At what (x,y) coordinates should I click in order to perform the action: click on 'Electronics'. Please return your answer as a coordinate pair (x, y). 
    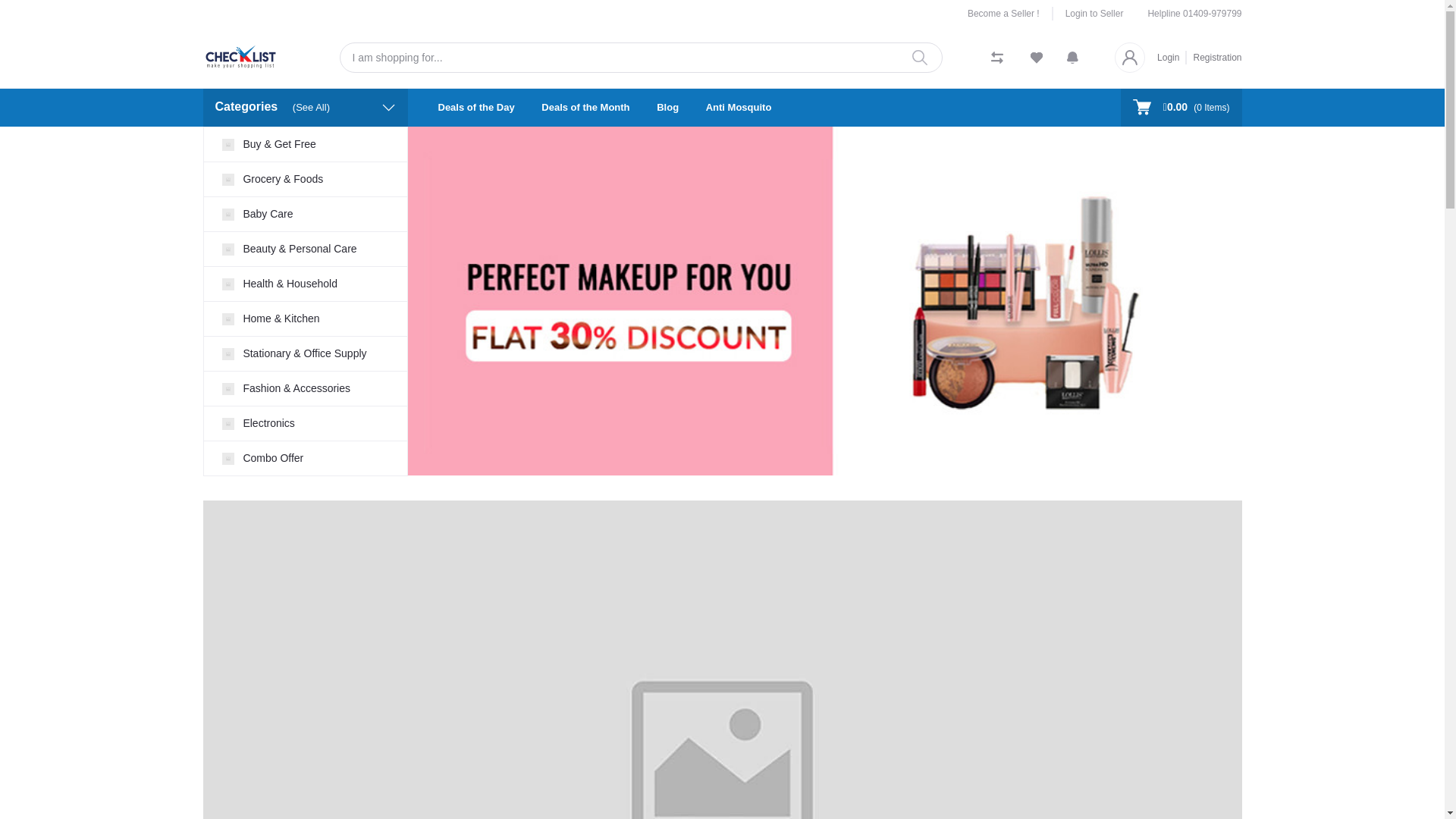
    Looking at the image, I should click on (304, 423).